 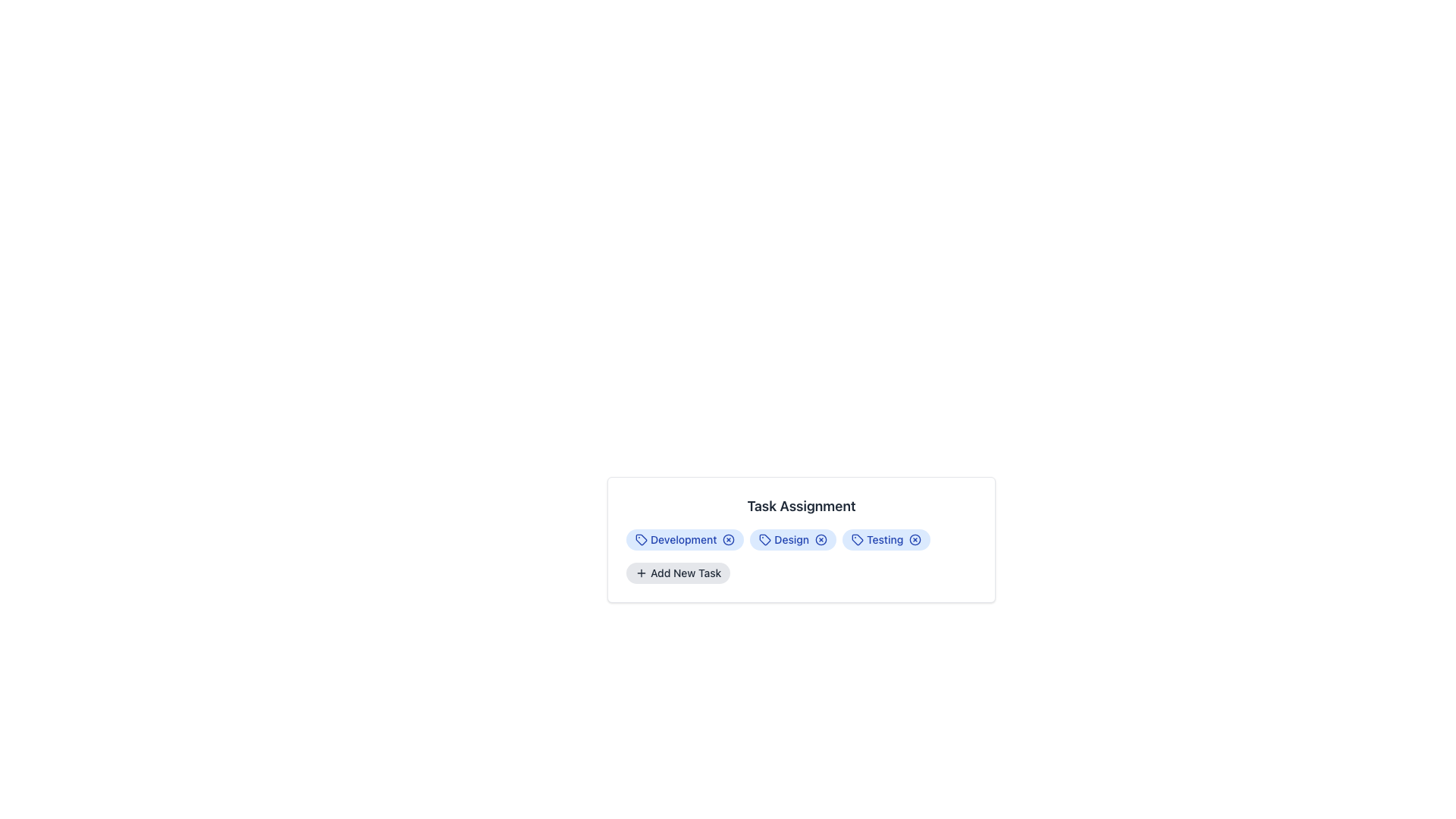 I want to click on the 'X' button of the interactive tag located under the 'Task Assignment' heading, so click(x=800, y=539).